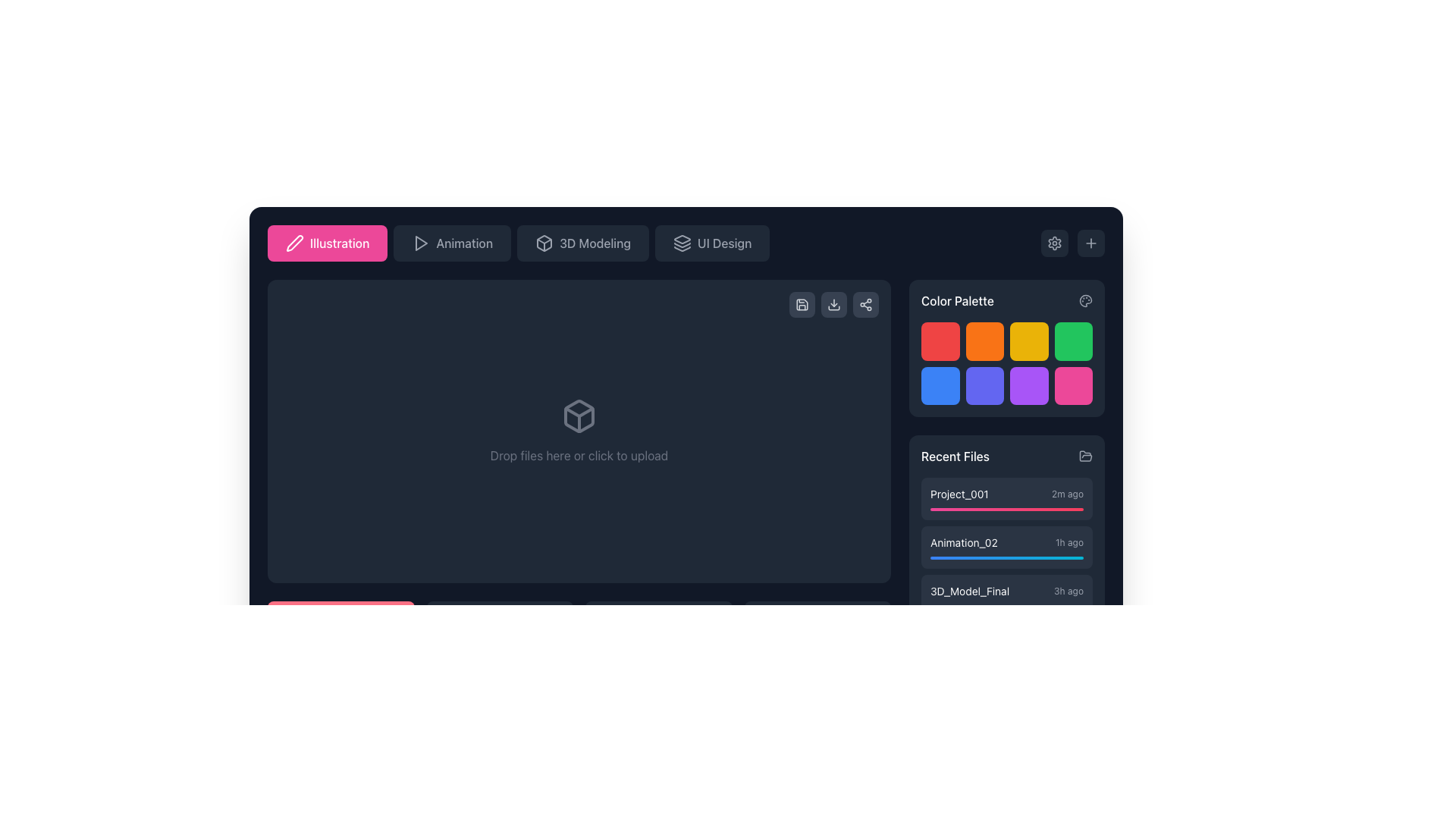 The height and width of the screenshot is (819, 1456). Describe the element at coordinates (294, 242) in the screenshot. I see `the 'Illustration' icon located inside the 'Illustration' button at the top left portion of the interface` at that location.